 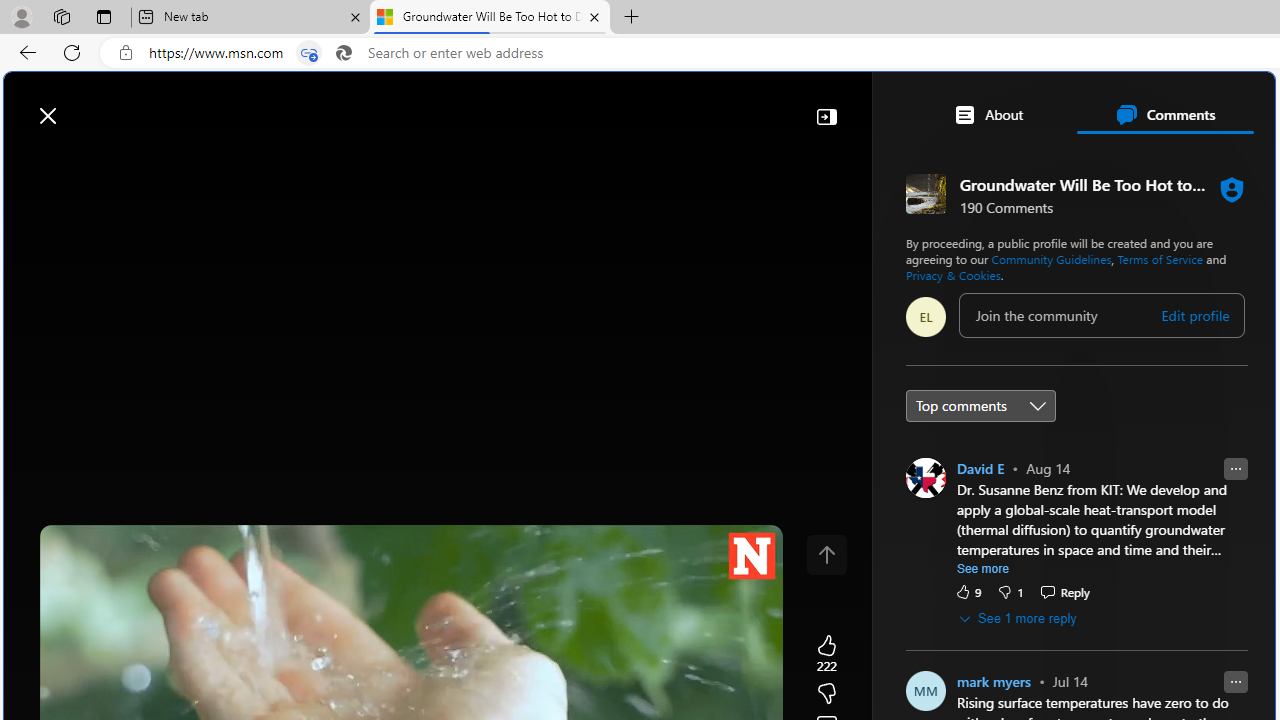 What do you see at coordinates (86, 105) in the screenshot?
I see `'Skip to content'` at bounding box center [86, 105].